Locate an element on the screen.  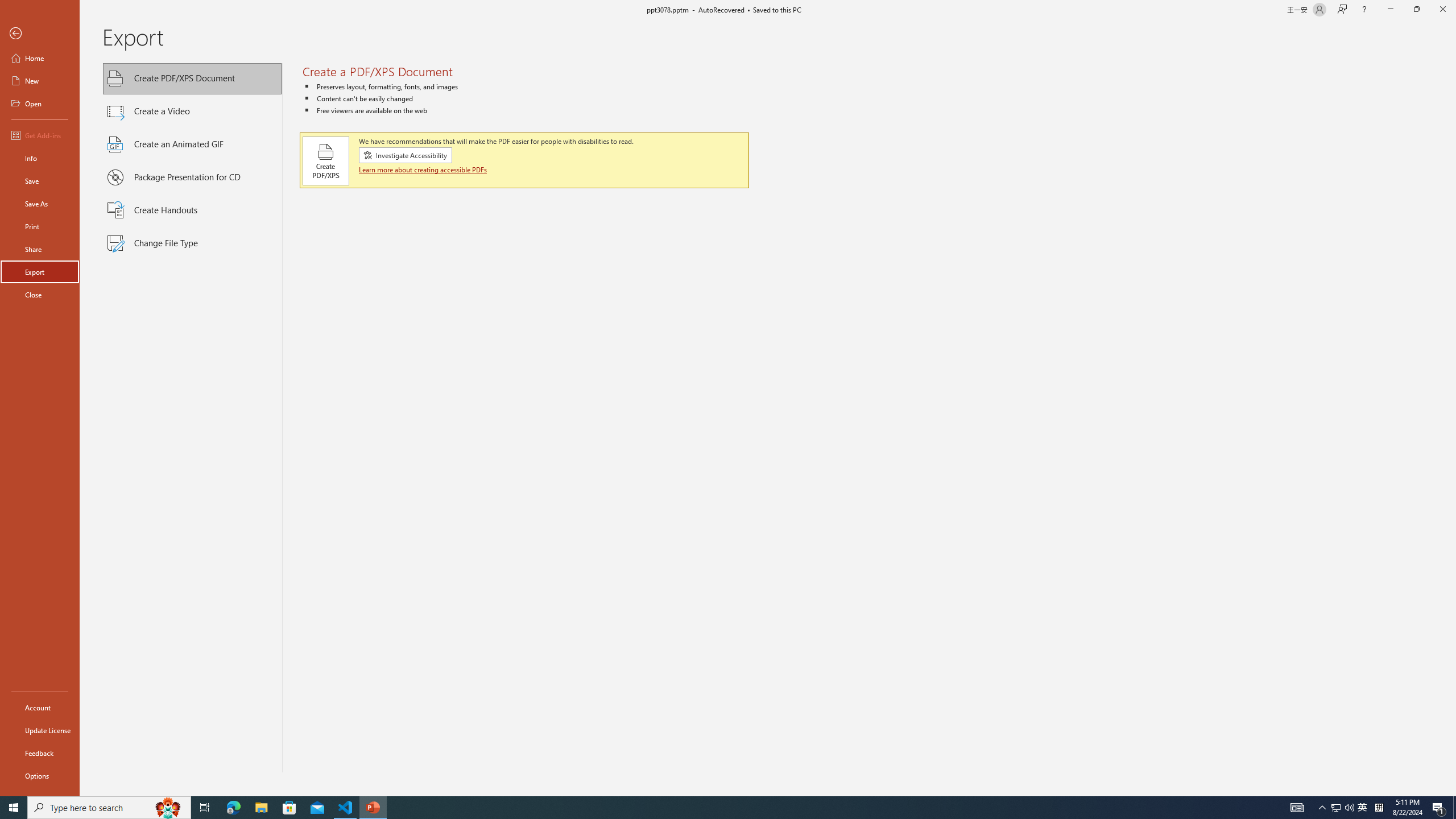
'Account' is located at coordinates (39, 708).